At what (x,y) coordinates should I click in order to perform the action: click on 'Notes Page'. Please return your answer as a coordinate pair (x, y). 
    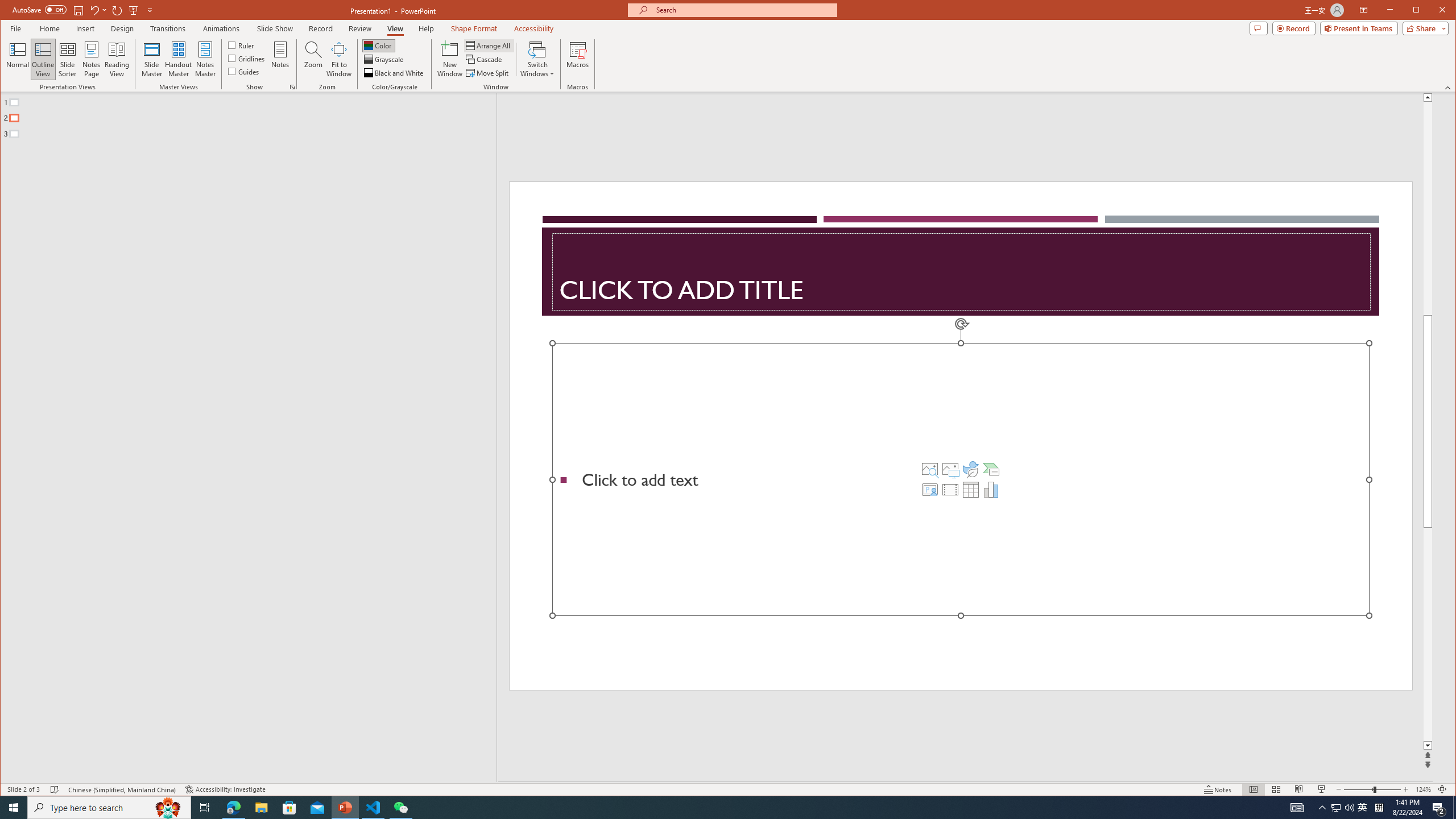
    Looking at the image, I should click on (91, 59).